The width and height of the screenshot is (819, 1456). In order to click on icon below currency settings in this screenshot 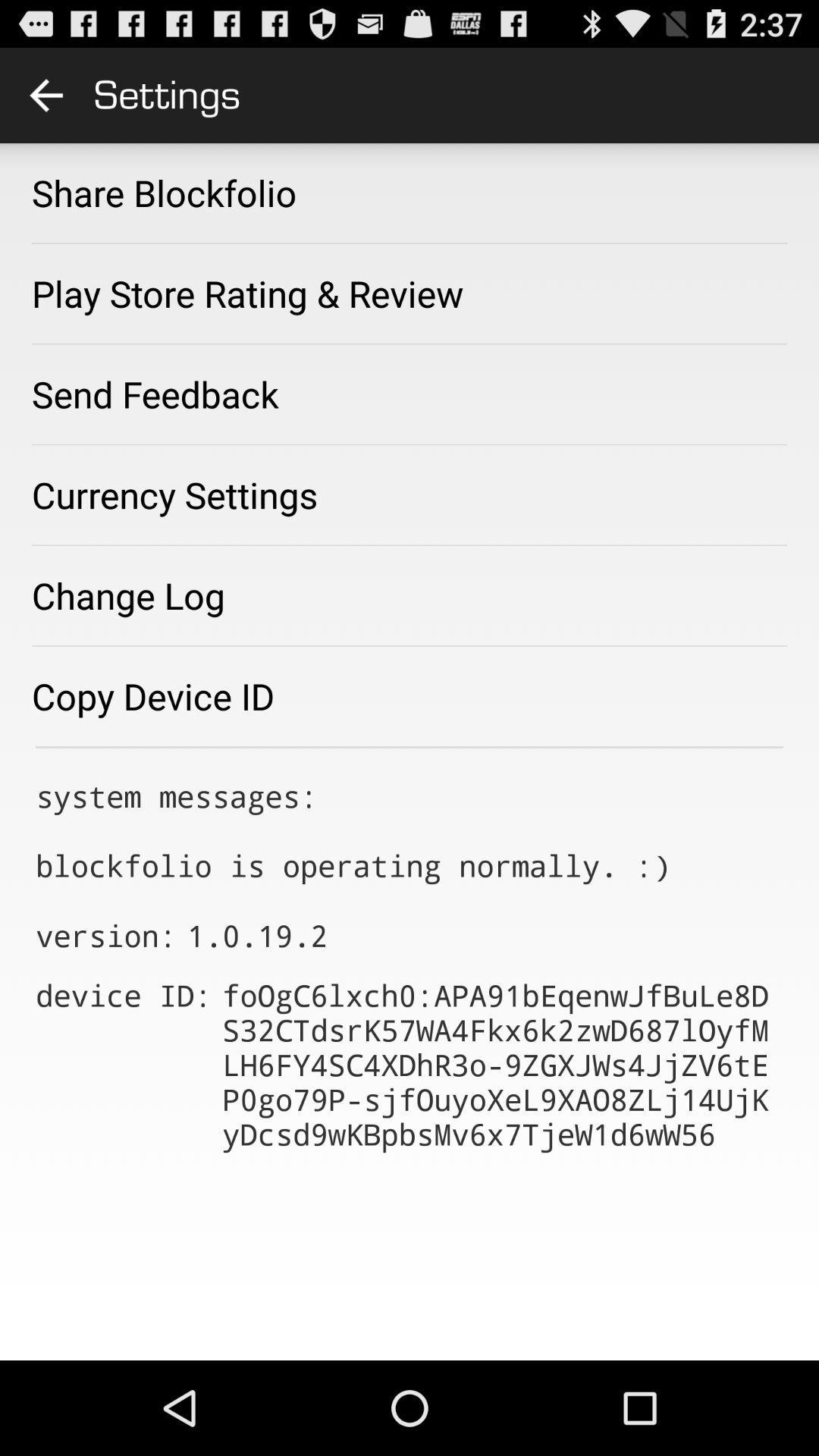, I will do `click(127, 595)`.